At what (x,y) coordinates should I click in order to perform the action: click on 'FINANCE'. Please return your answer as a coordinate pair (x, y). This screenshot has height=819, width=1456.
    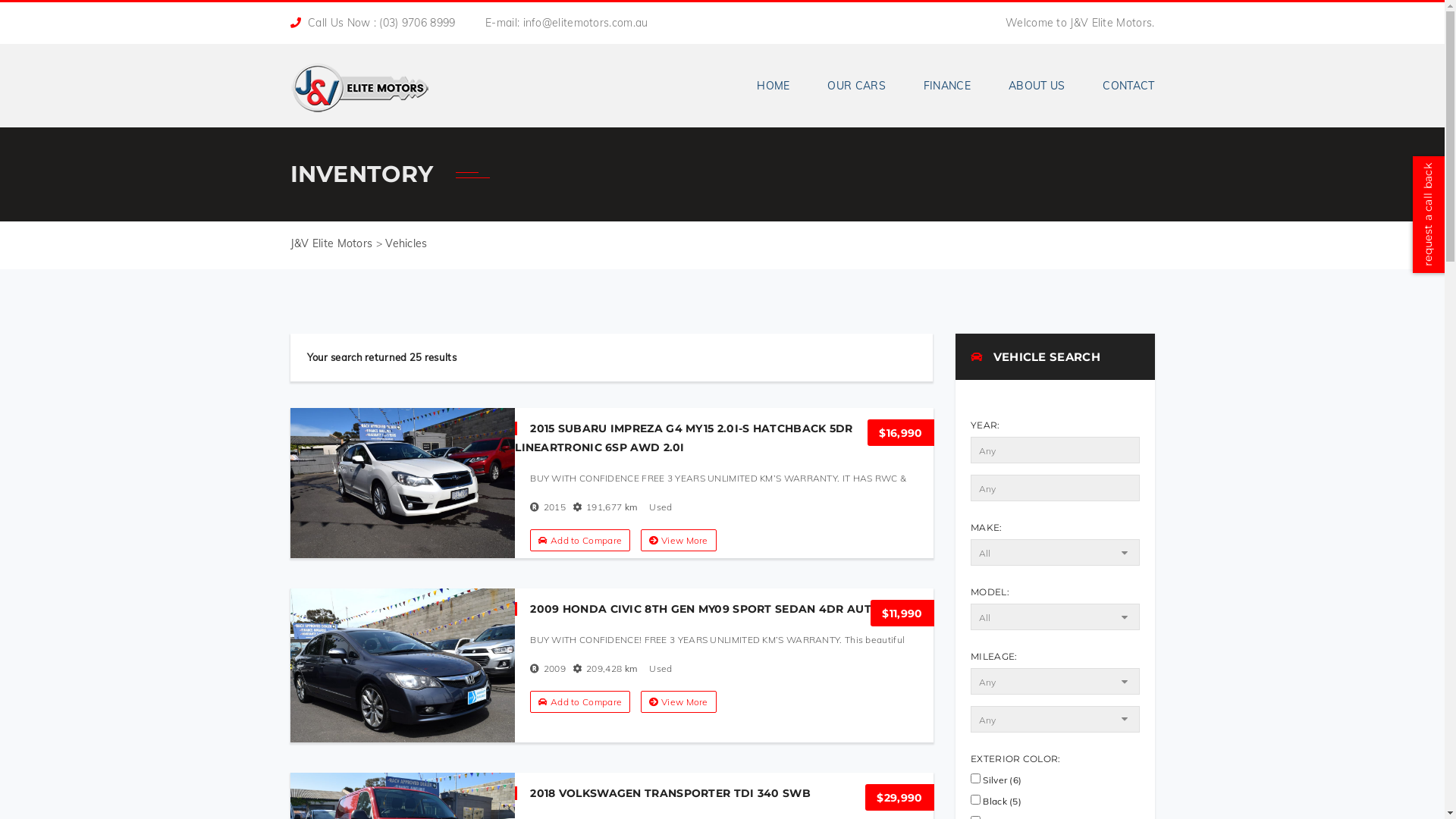
    Looking at the image, I should click on (905, 85).